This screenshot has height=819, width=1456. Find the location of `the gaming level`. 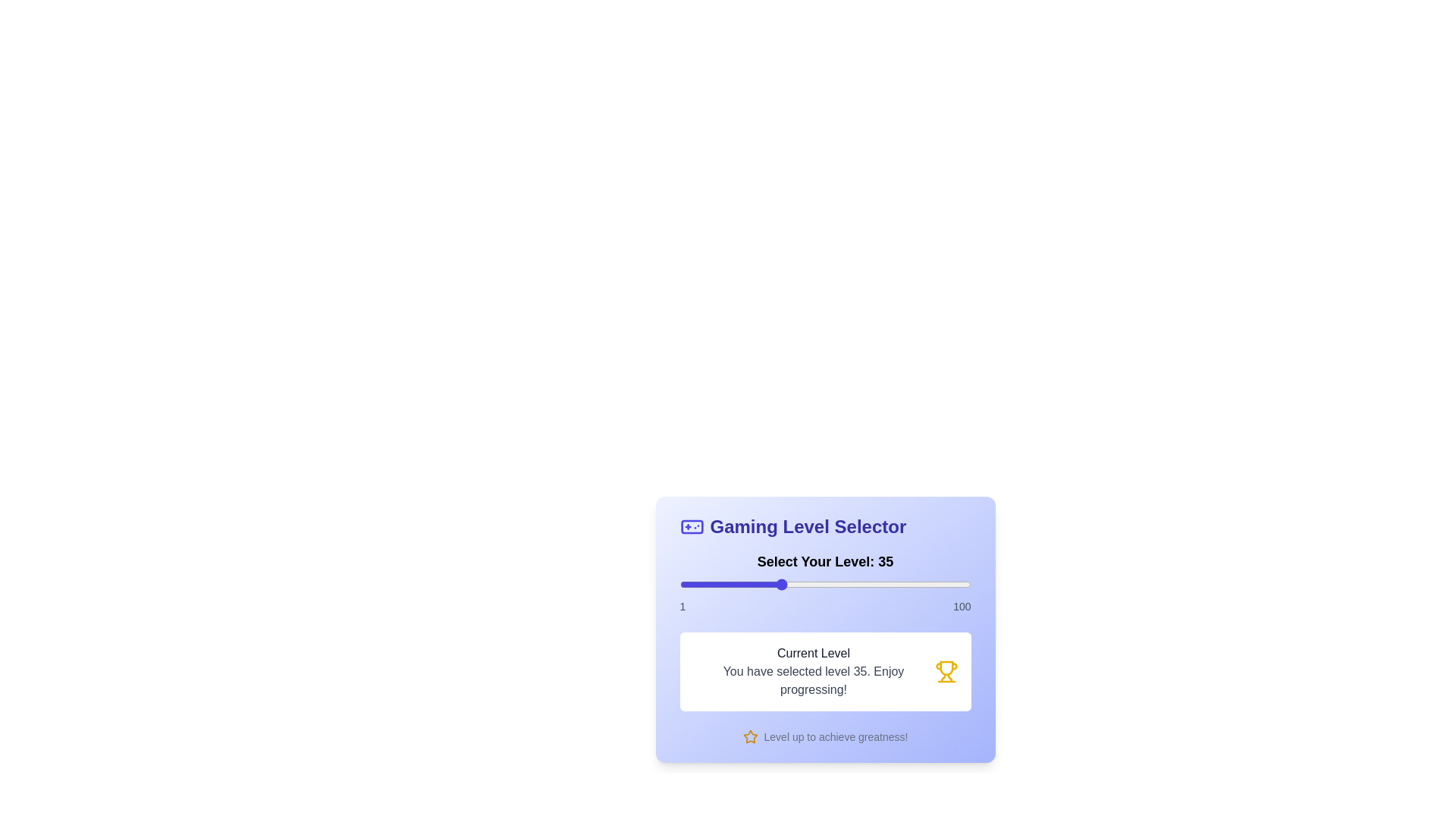

the gaming level is located at coordinates (909, 584).